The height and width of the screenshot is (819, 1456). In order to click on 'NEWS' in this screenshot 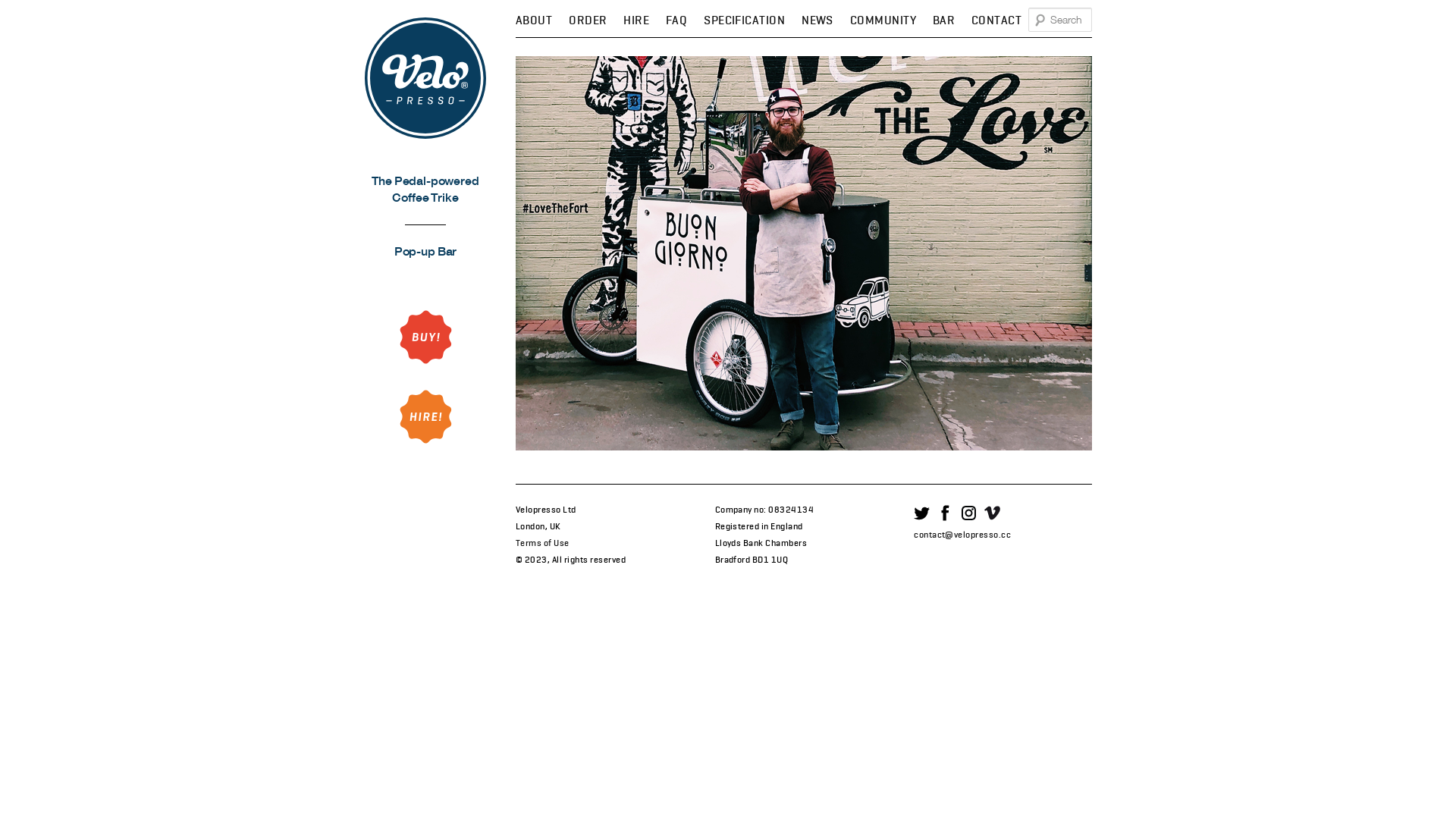, I will do `click(824, 20)`.